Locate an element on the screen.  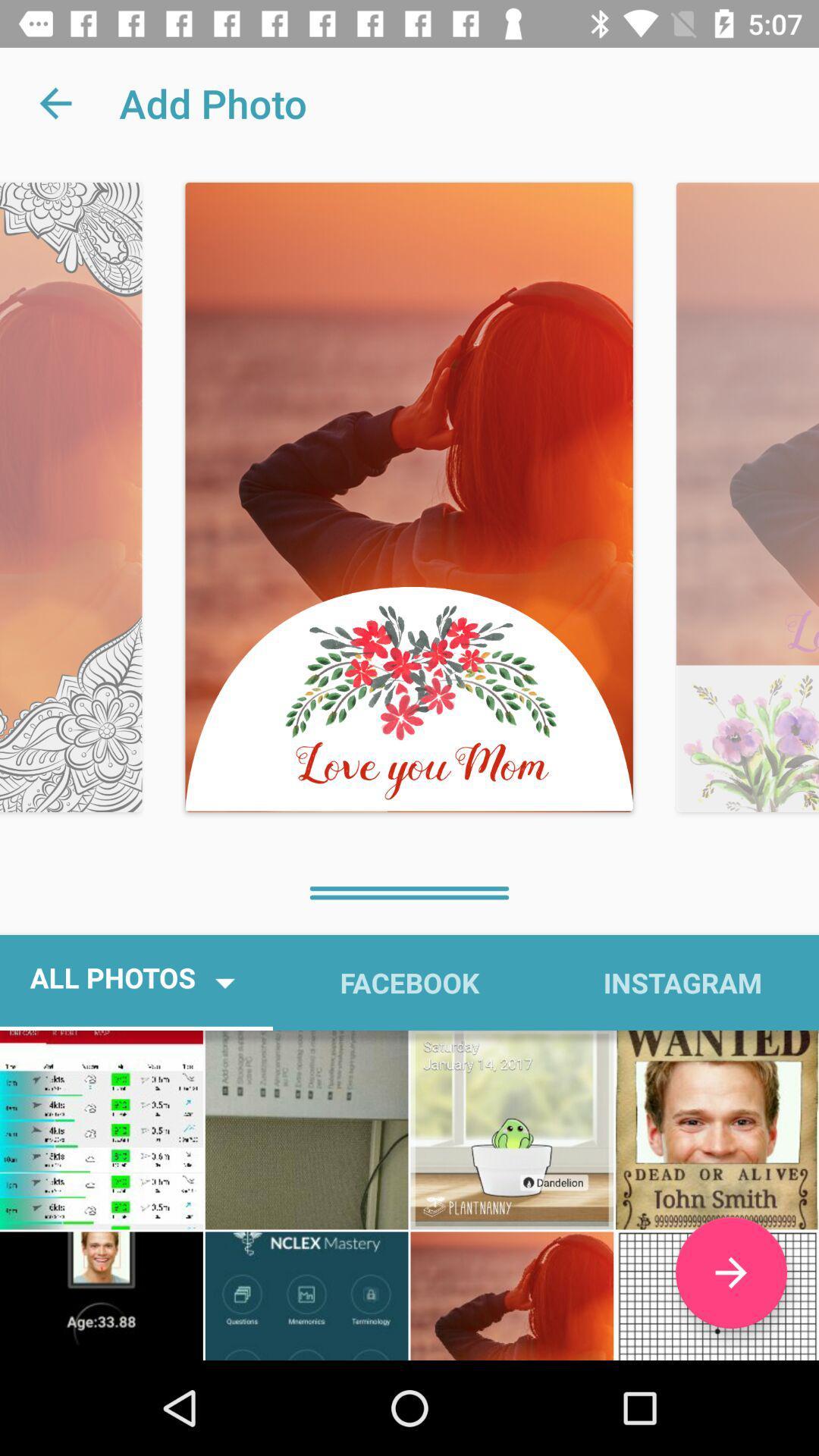
app to the left of add photo icon is located at coordinates (55, 102).